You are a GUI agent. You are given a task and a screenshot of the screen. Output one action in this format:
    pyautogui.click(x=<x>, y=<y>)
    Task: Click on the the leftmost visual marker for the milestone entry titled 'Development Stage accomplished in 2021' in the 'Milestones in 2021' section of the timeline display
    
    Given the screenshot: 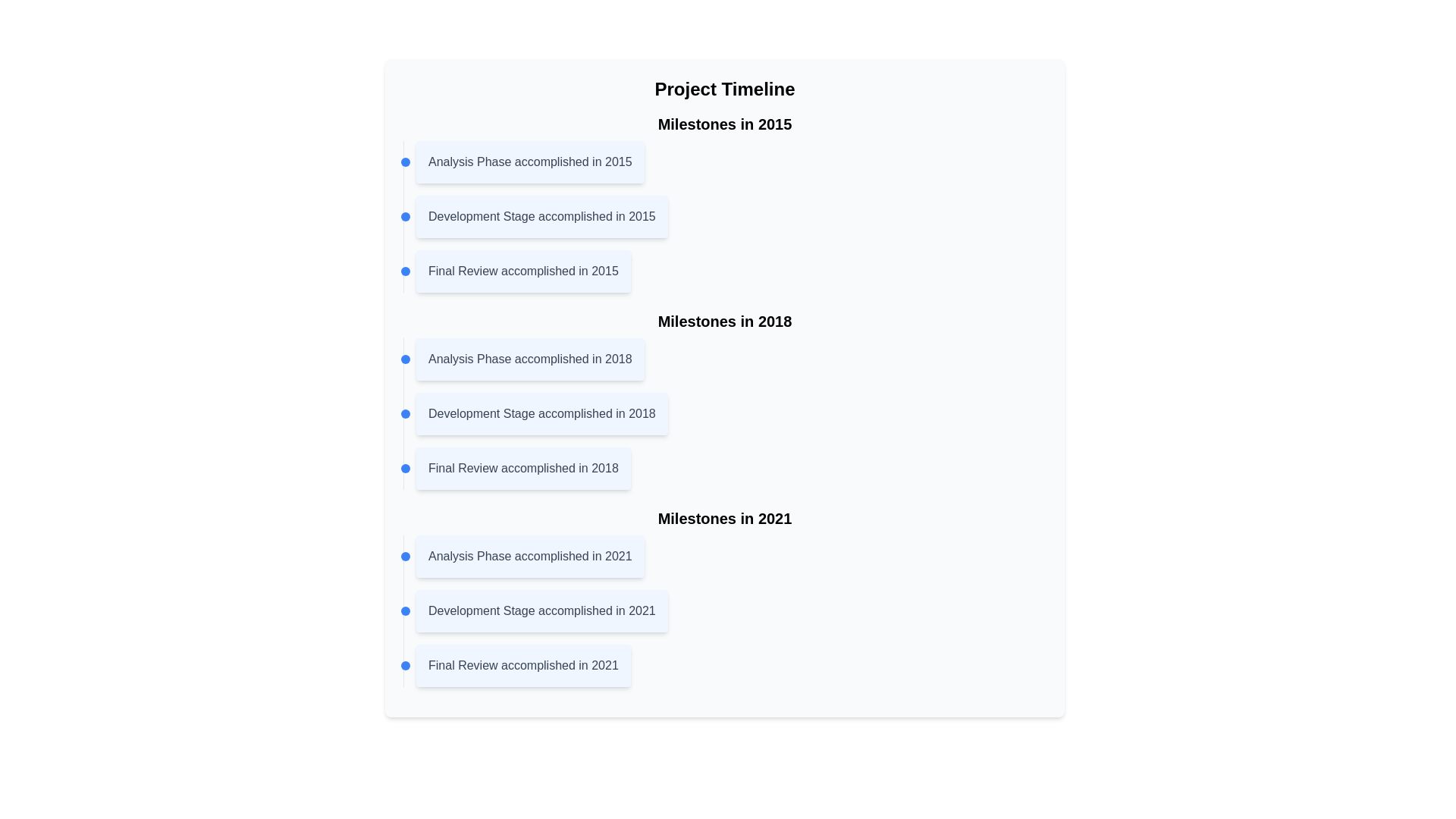 What is the action you would take?
    pyautogui.click(x=405, y=610)
    